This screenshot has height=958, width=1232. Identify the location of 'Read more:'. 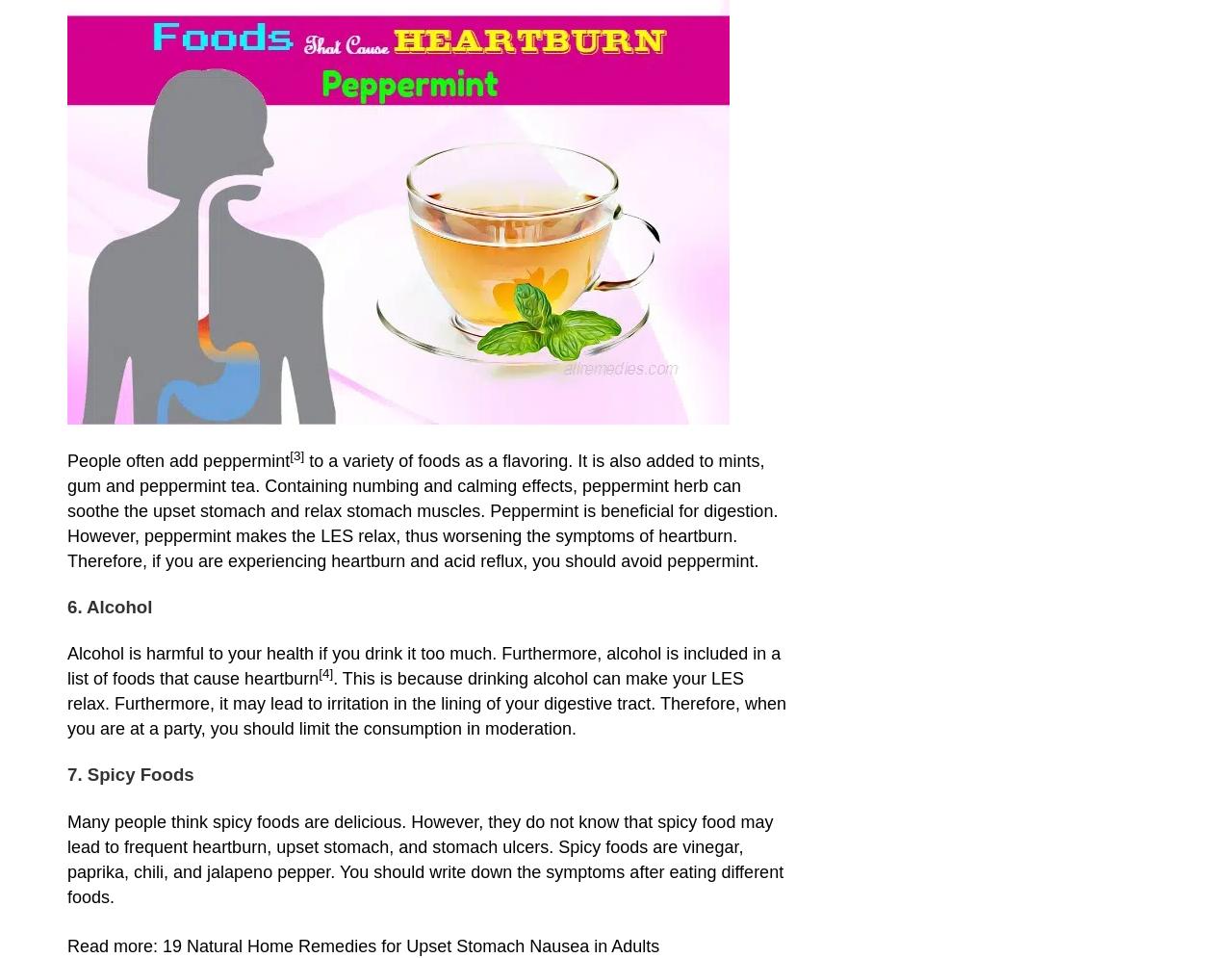
(114, 944).